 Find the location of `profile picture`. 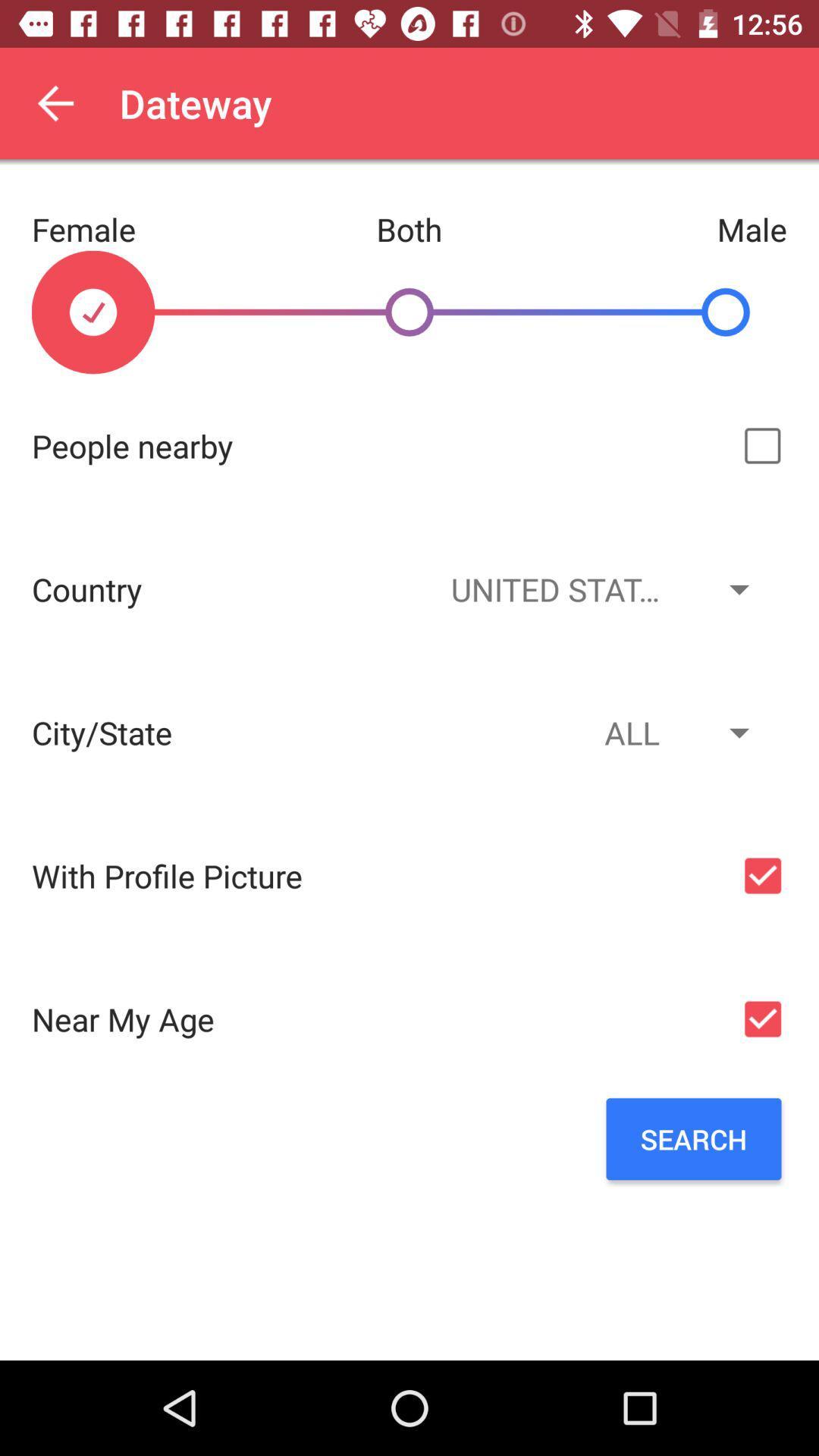

profile picture is located at coordinates (762, 876).